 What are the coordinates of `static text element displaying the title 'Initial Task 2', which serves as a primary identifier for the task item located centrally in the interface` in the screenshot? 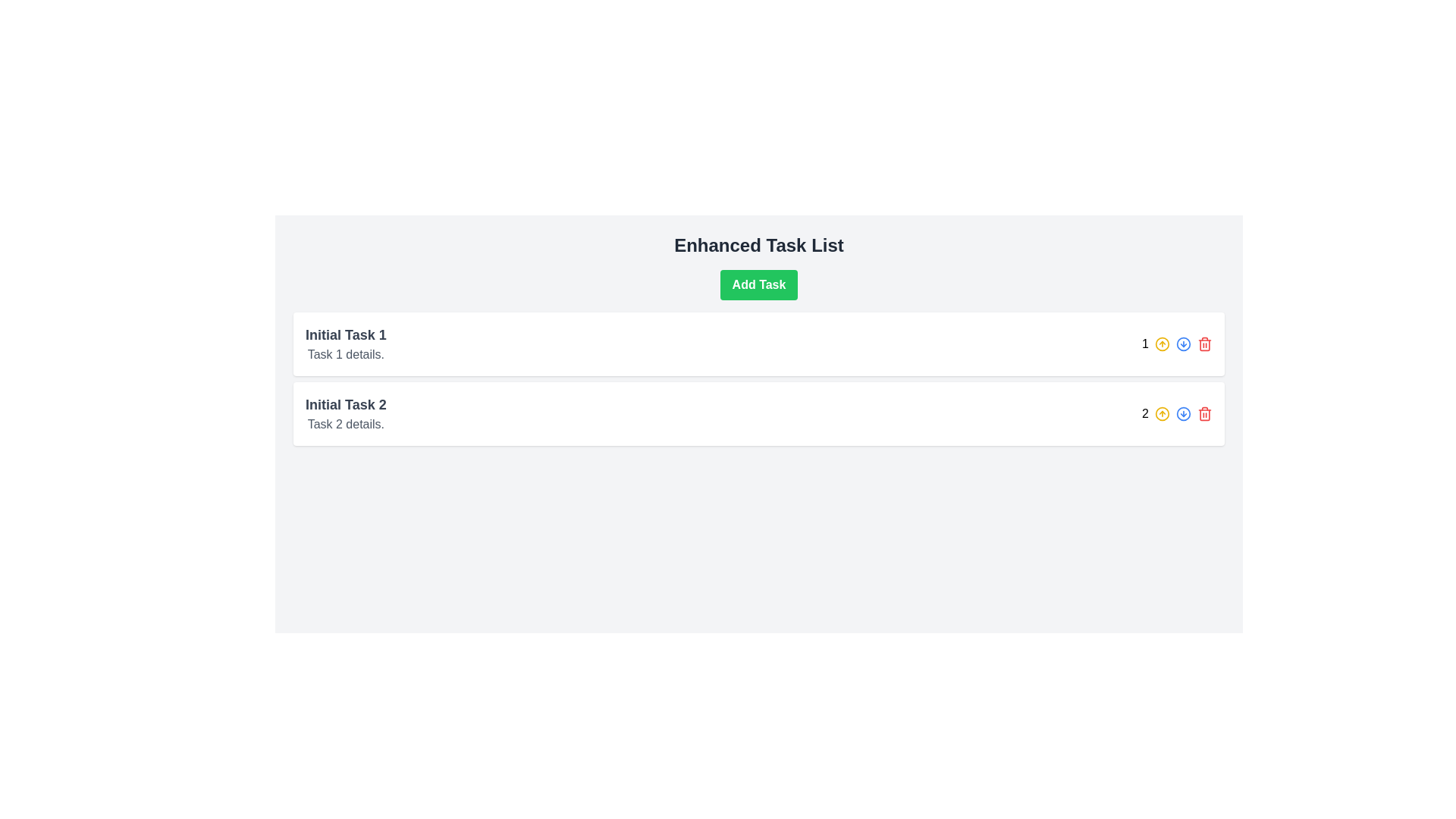 It's located at (345, 403).